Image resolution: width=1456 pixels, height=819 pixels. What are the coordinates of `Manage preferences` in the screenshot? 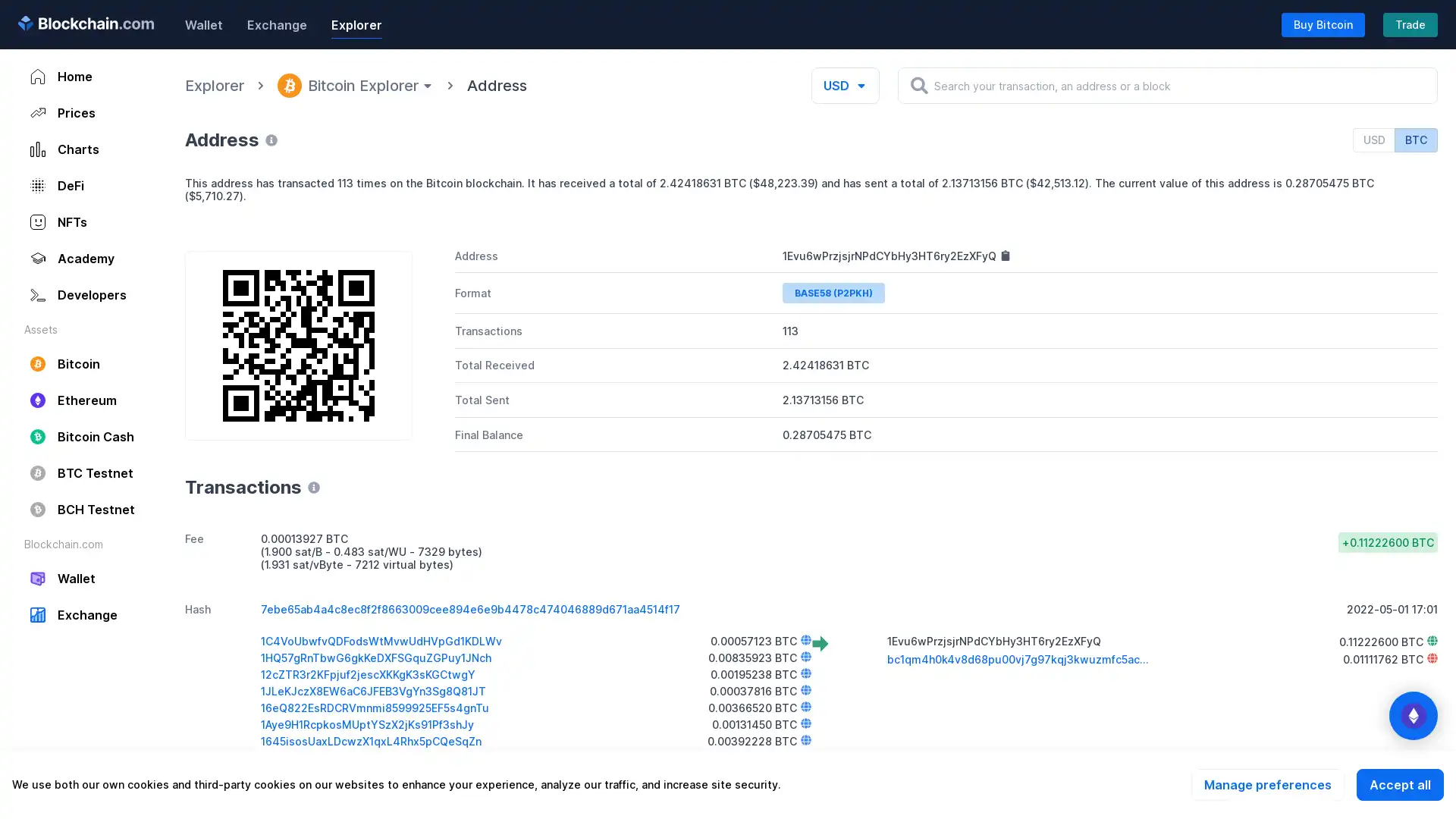 It's located at (1267, 784).